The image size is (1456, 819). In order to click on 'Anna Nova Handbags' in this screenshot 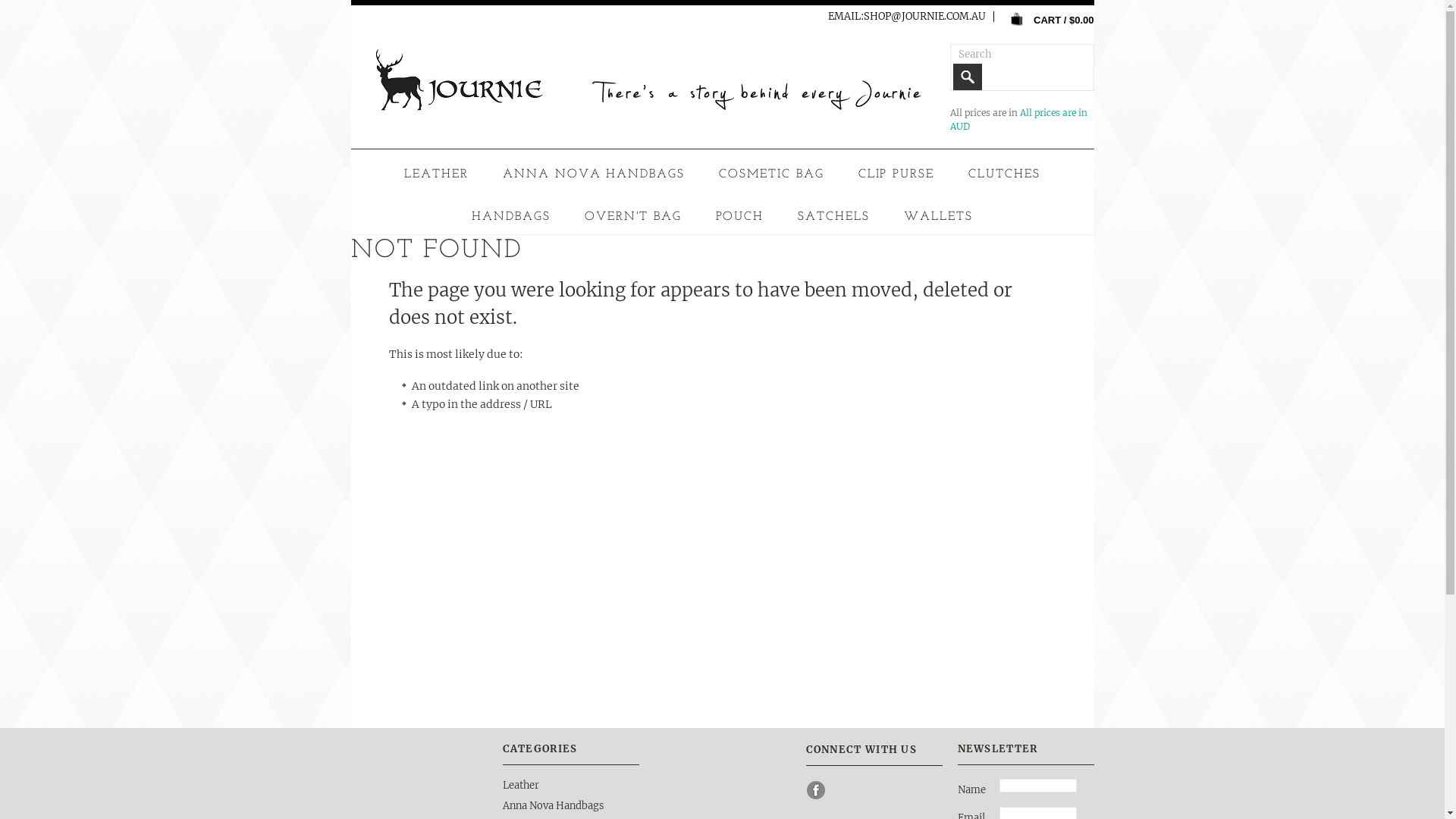, I will do `click(551, 805)`.